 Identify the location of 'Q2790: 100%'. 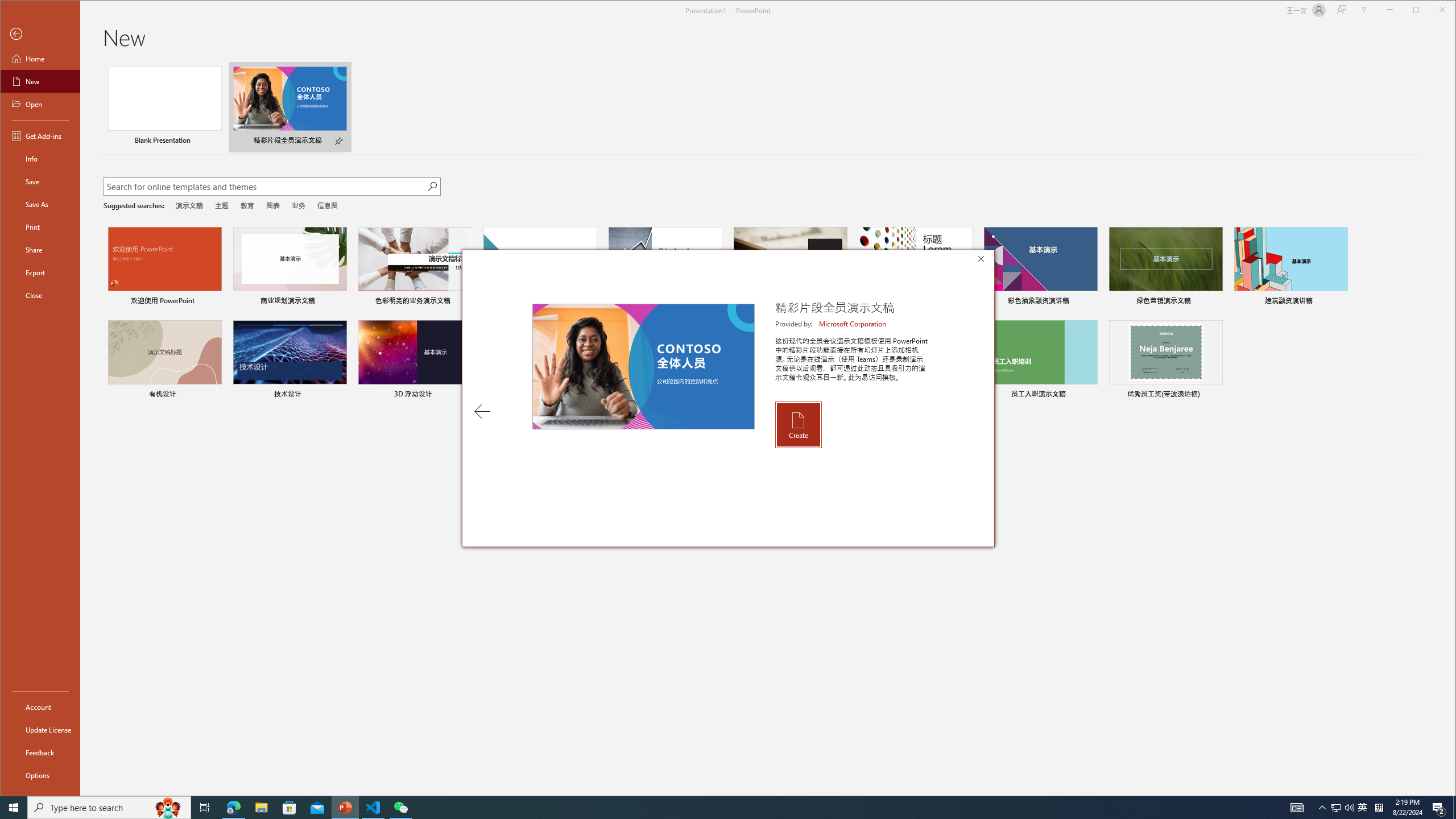
(1349, 806).